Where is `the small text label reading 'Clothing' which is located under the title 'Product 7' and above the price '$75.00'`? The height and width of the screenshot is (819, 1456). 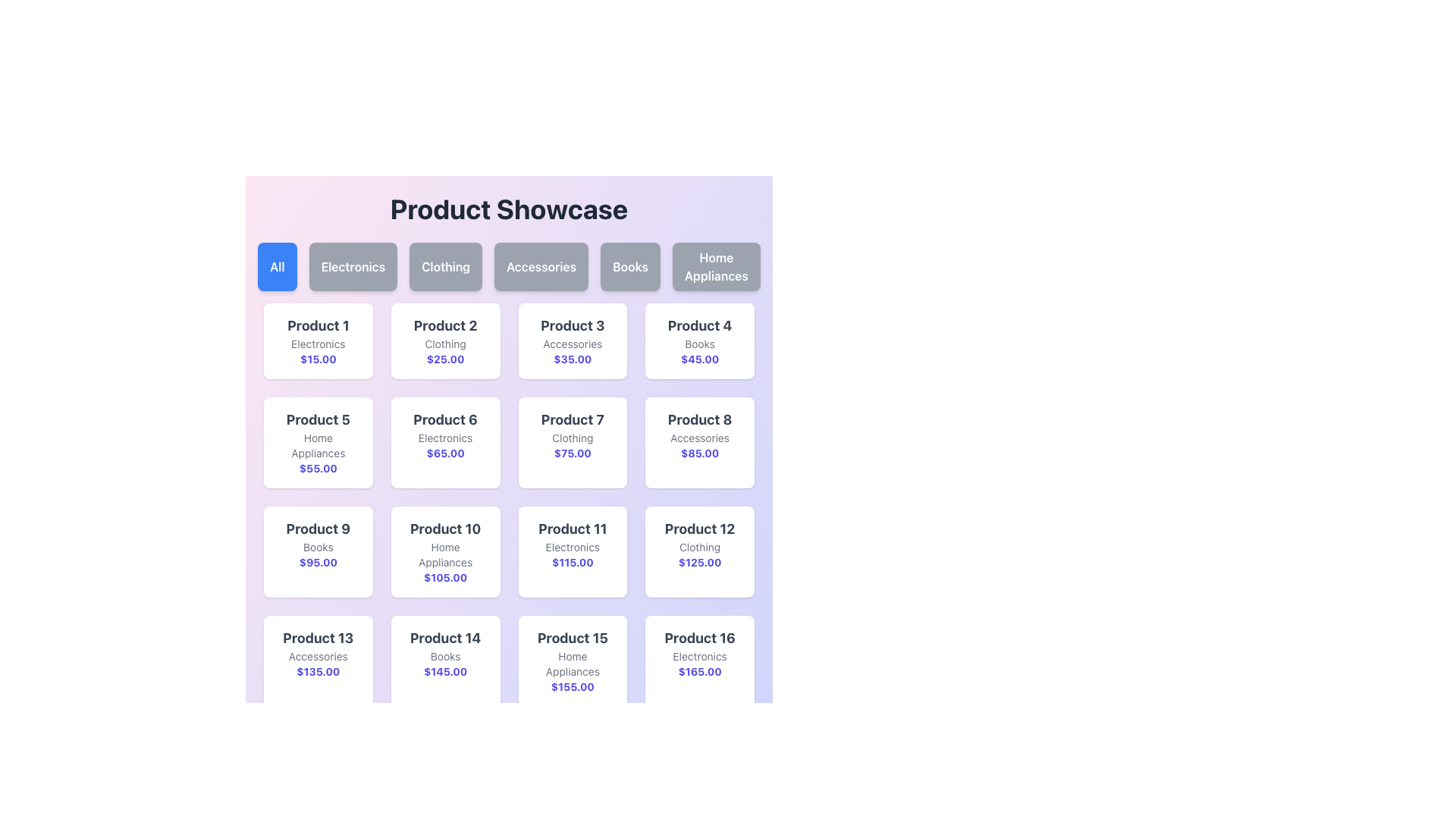
the small text label reading 'Clothing' which is located under the title 'Product 7' and above the price '$75.00' is located at coordinates (572, 438).